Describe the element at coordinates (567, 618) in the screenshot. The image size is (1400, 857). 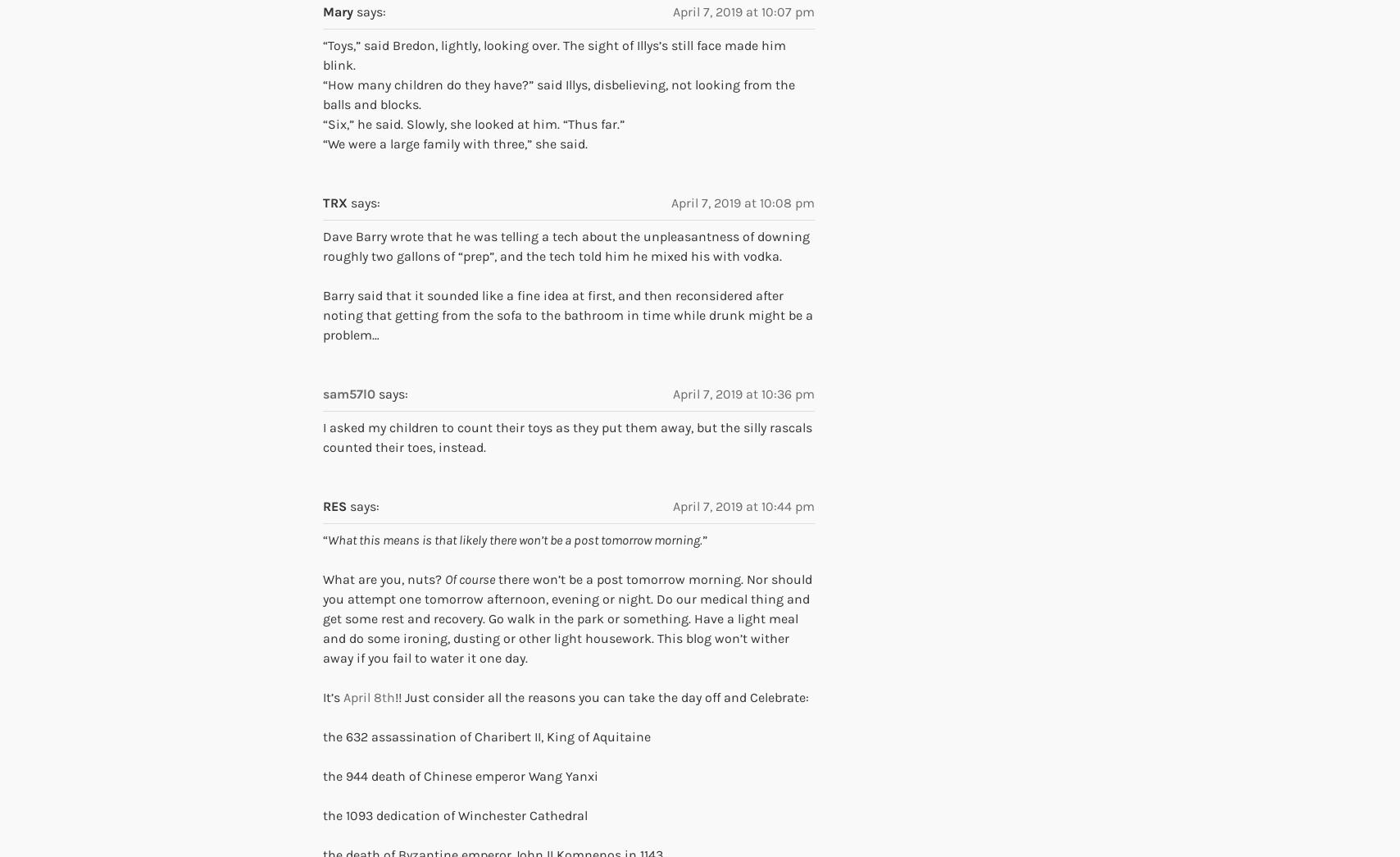
I see `'there won’t be a post tomorrow morning.  Nor should you attempt one tomorrow afternoon, evening or night.  Do our medical thing and get some rest and recovery.  Go walk in the park or something.  Have a light meal and do some ironing, dusting or other light housework.  This blog won’t wither away if you fail to water it one day.'` at that location.